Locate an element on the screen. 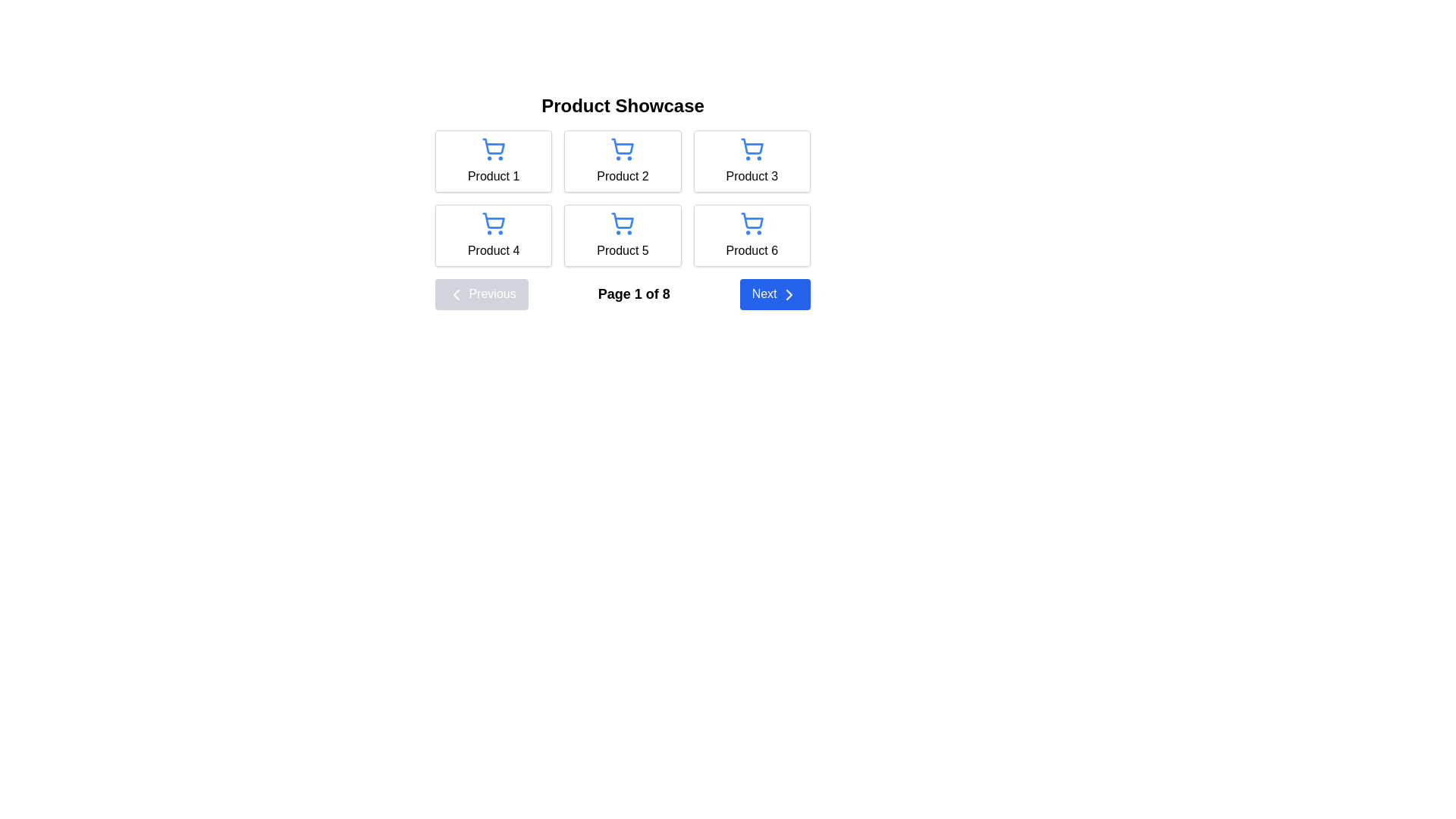 The width and height of the screenshot is (1456, 819). text label that contains 'Product 2', which is styled in a medium-weight font and is positioned below a shopping cart icon in a minimalistic design is located at coordinates (623, 175).